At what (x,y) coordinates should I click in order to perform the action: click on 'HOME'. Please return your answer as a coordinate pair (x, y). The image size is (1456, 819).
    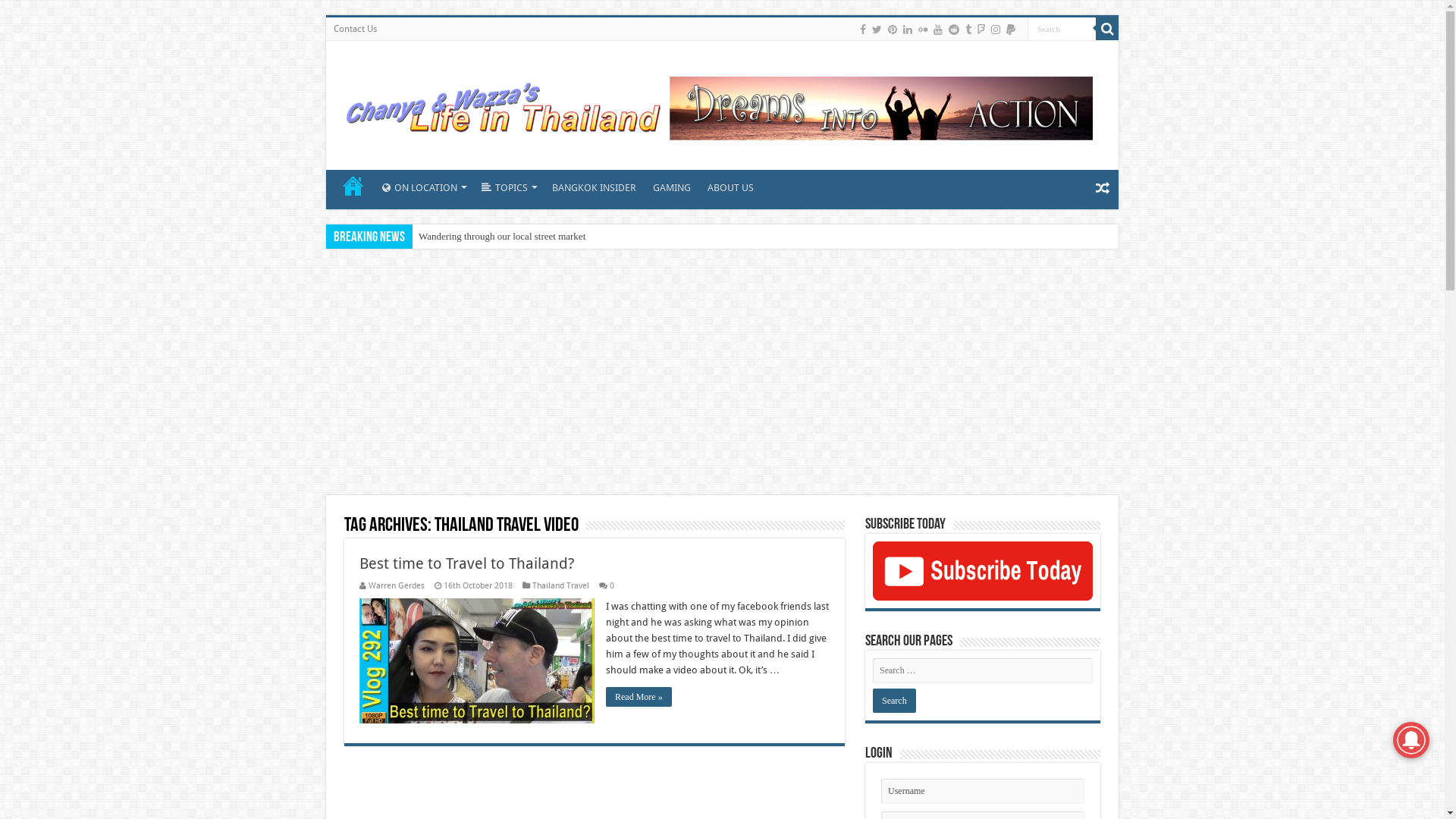
    Looking at the image, I should click on (352, 185).